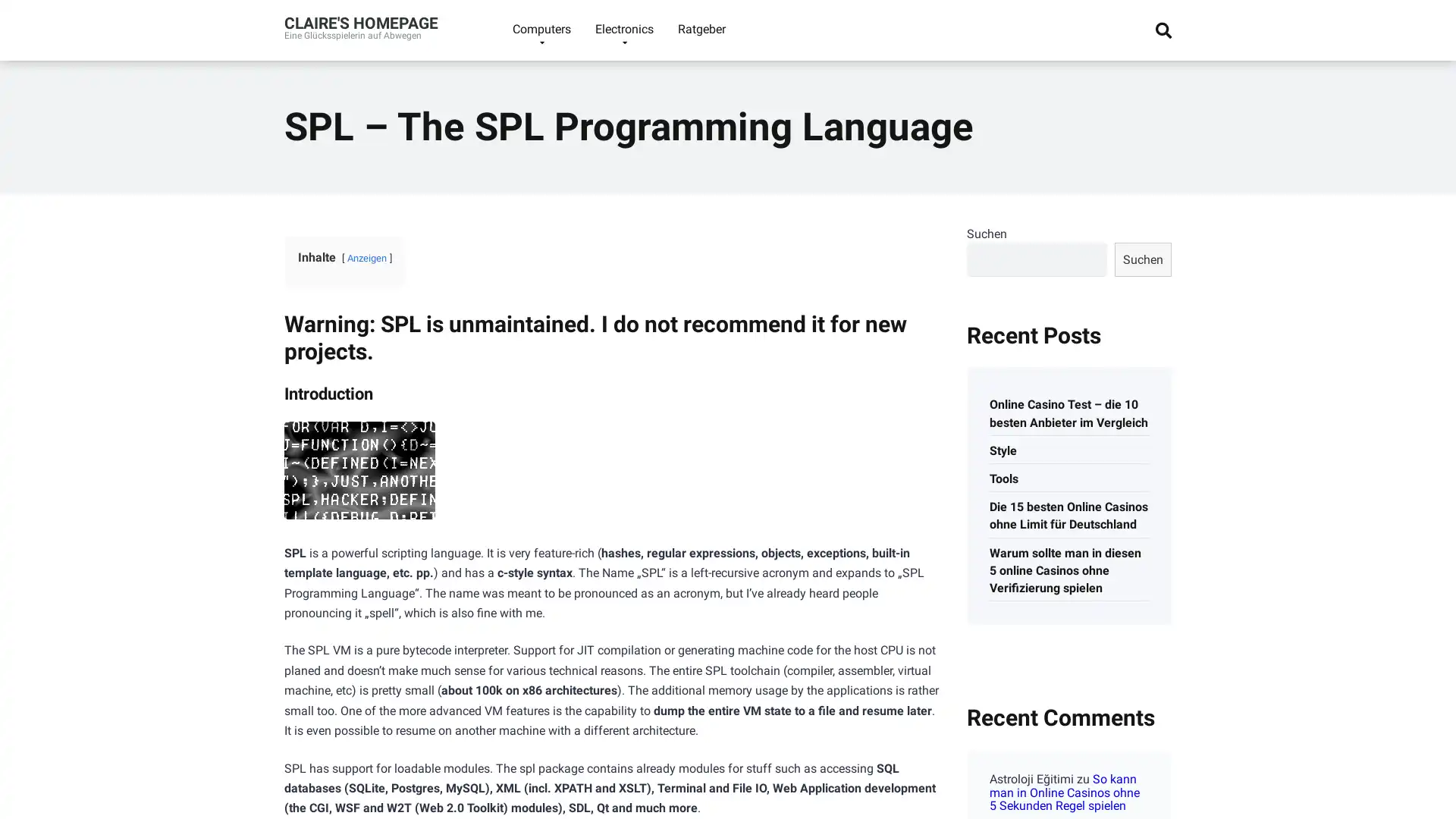 The width and height of the screenshot is (1456, 819). Describe the element at coordinates (1143, 258) in the screenshot. I see `Suchen` at that location.